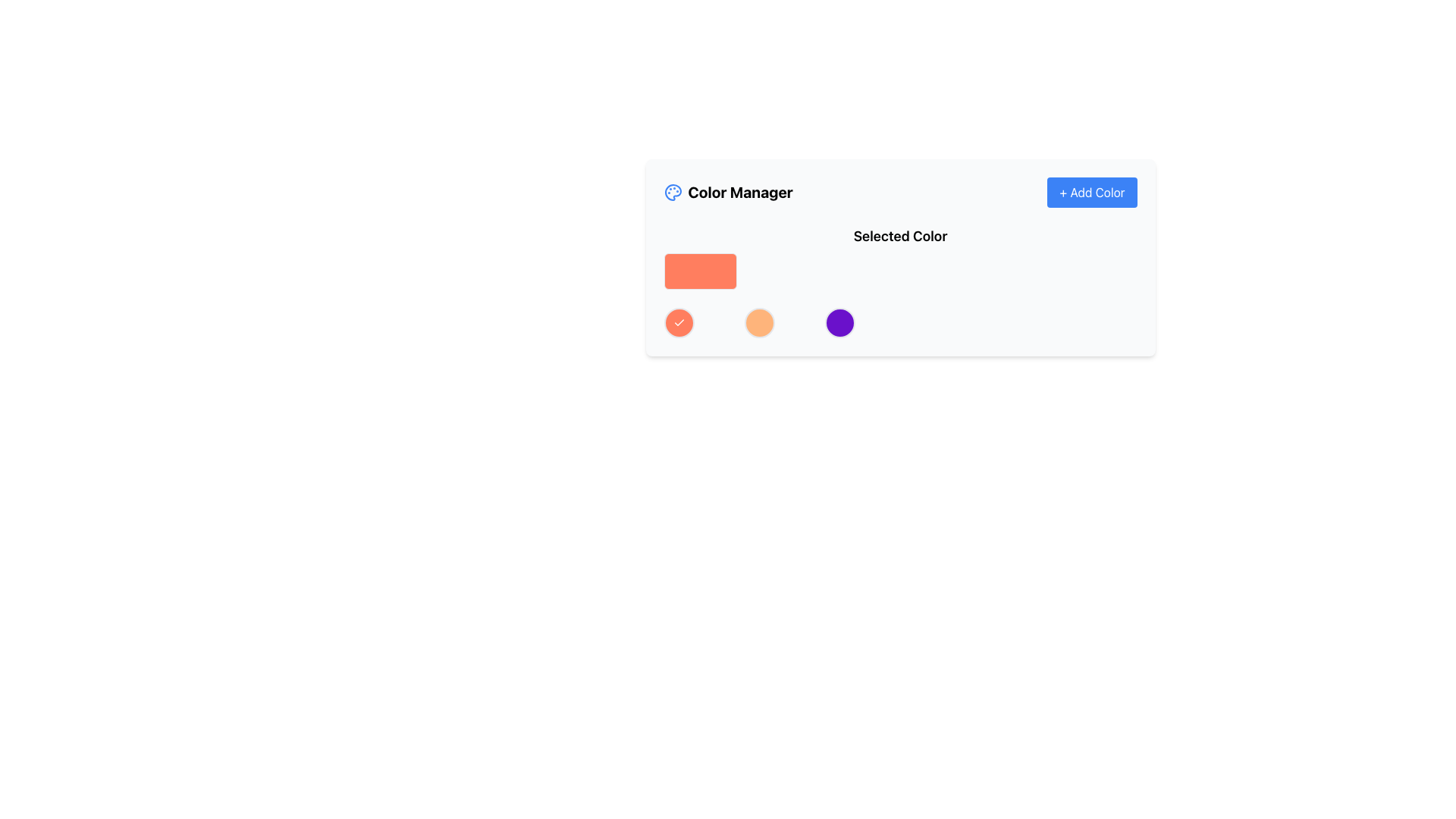  Describe the element at coordinates (678, 322) in the screenshot. I see `the circular orange button with a white checkmark icon for visual feedback` at that location.